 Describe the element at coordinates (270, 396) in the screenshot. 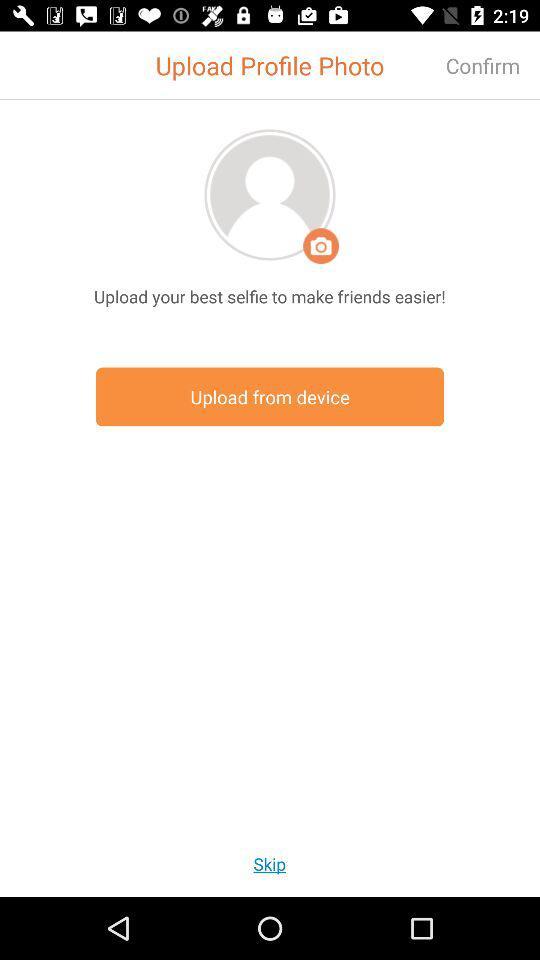

I see `the upload from device` at that location.